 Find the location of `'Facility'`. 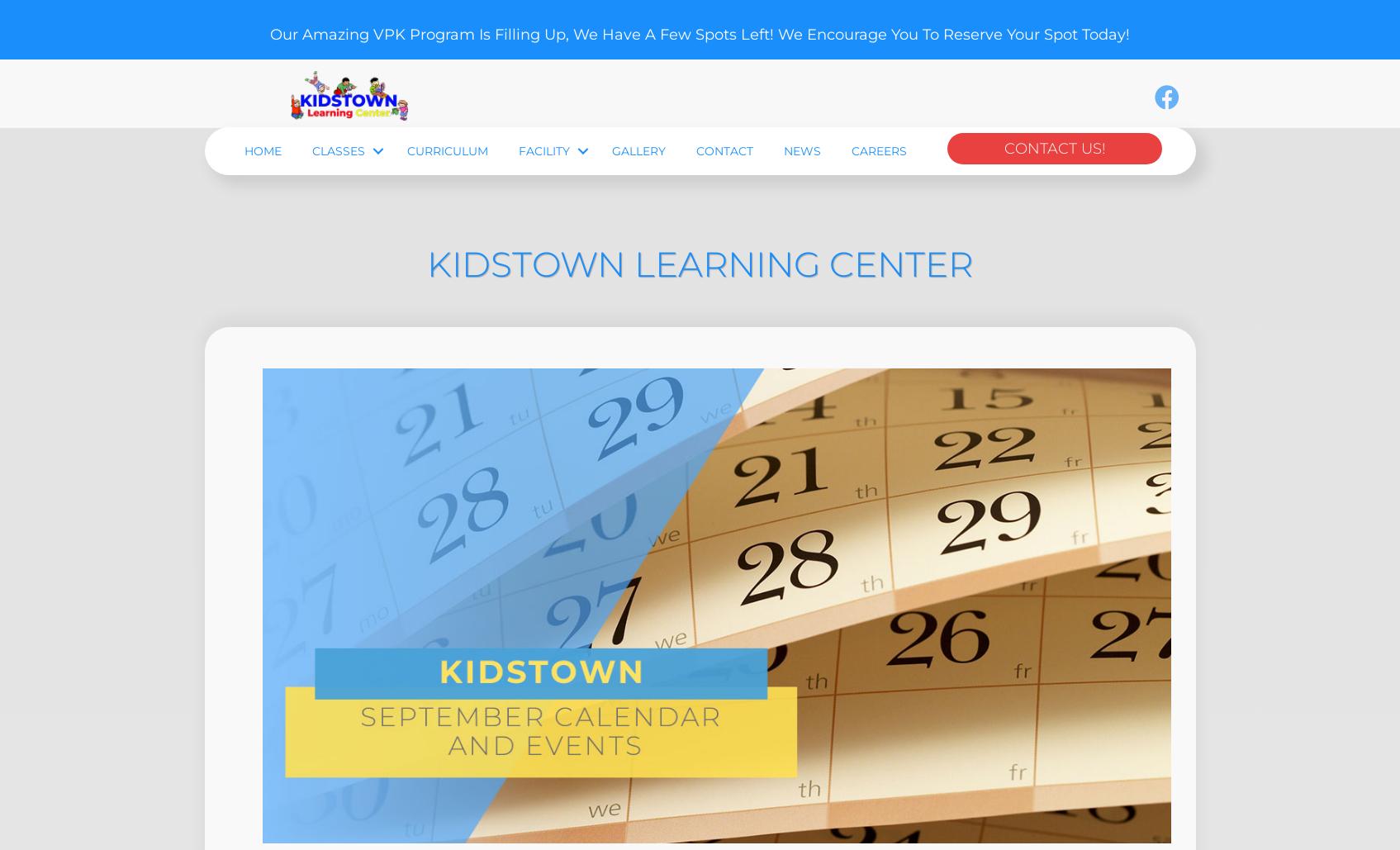

'Facility' is located at coordinates (517, 245).